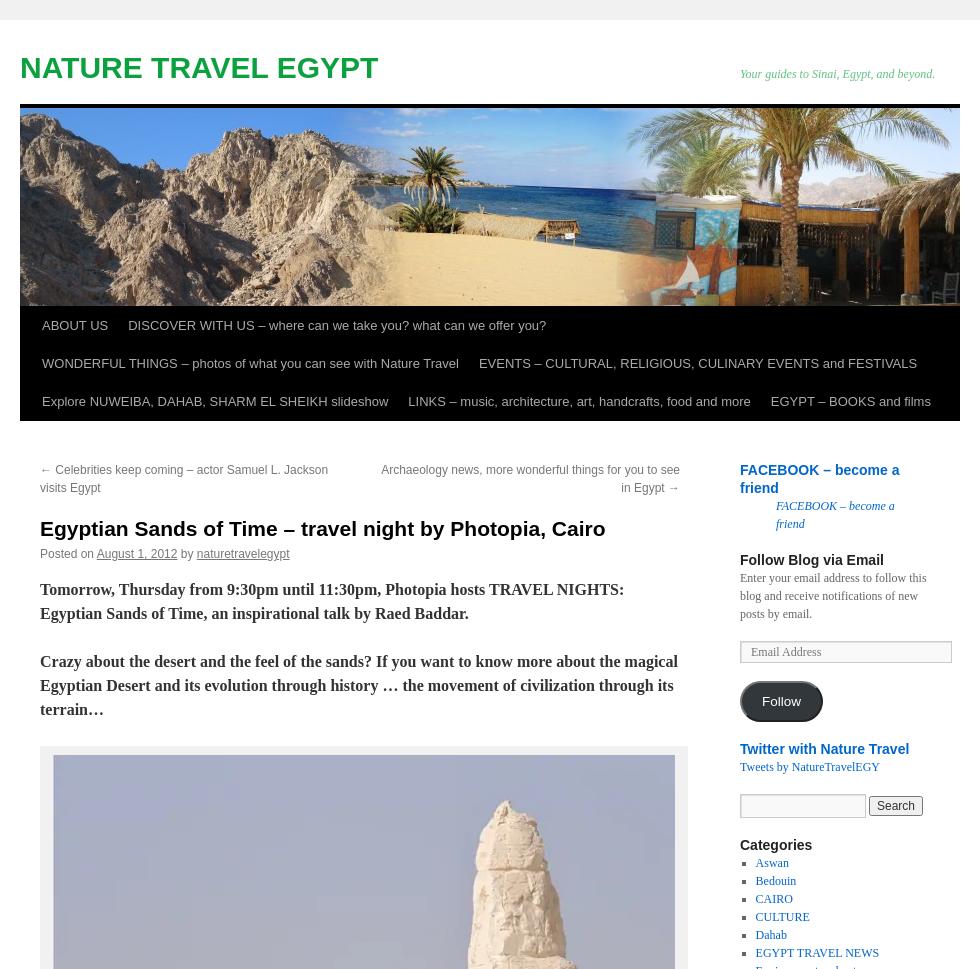 The height and width of the screenshot is (969, 980). What do you see at coordinates (775, 843) in the screenshot?
I see `'Categories'` at bounding box center [775, 843].